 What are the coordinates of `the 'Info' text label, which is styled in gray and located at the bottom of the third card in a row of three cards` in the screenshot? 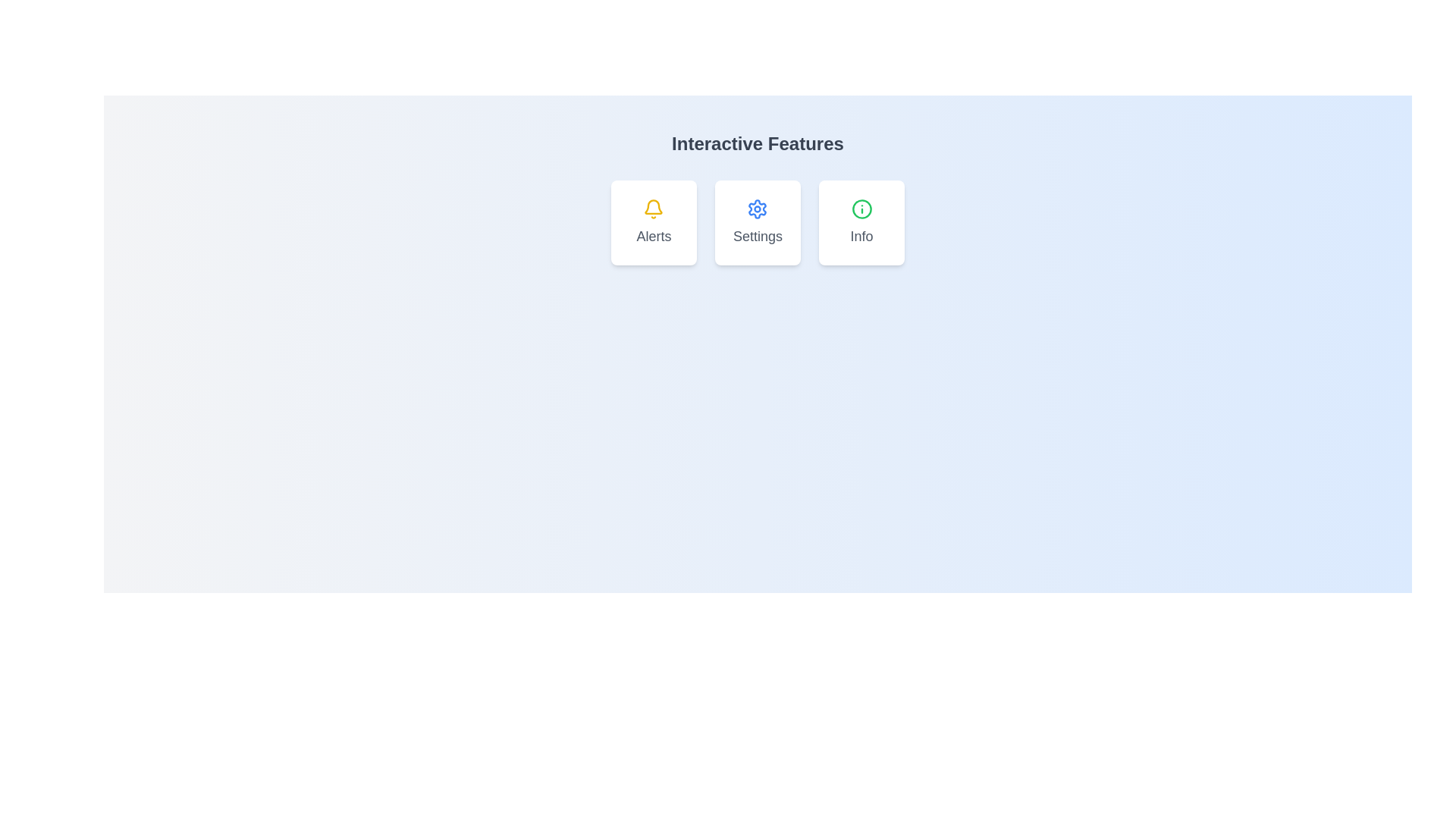 It's located at (861, 237).